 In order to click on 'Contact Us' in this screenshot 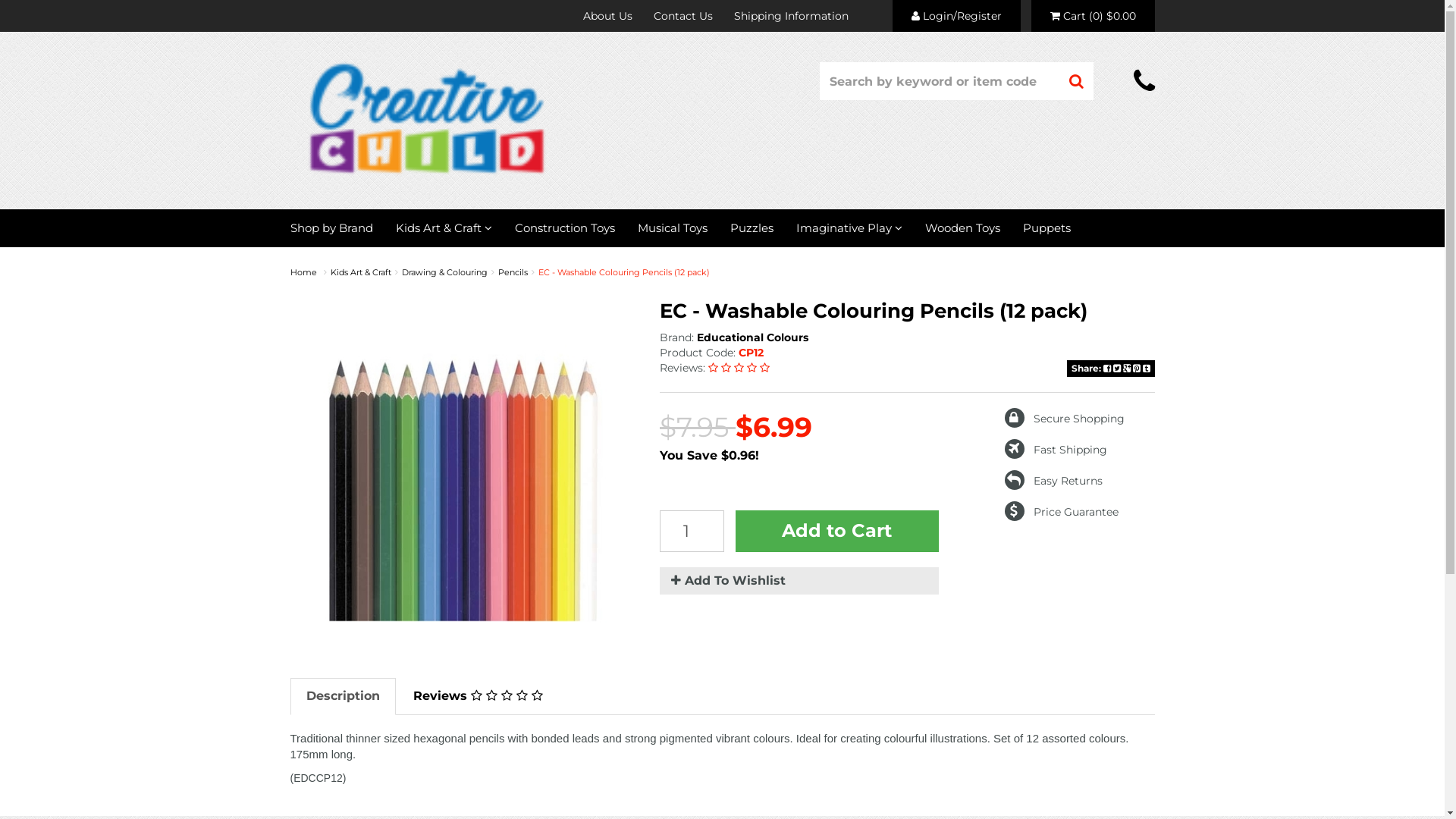, I will do `click(682, 15)`.